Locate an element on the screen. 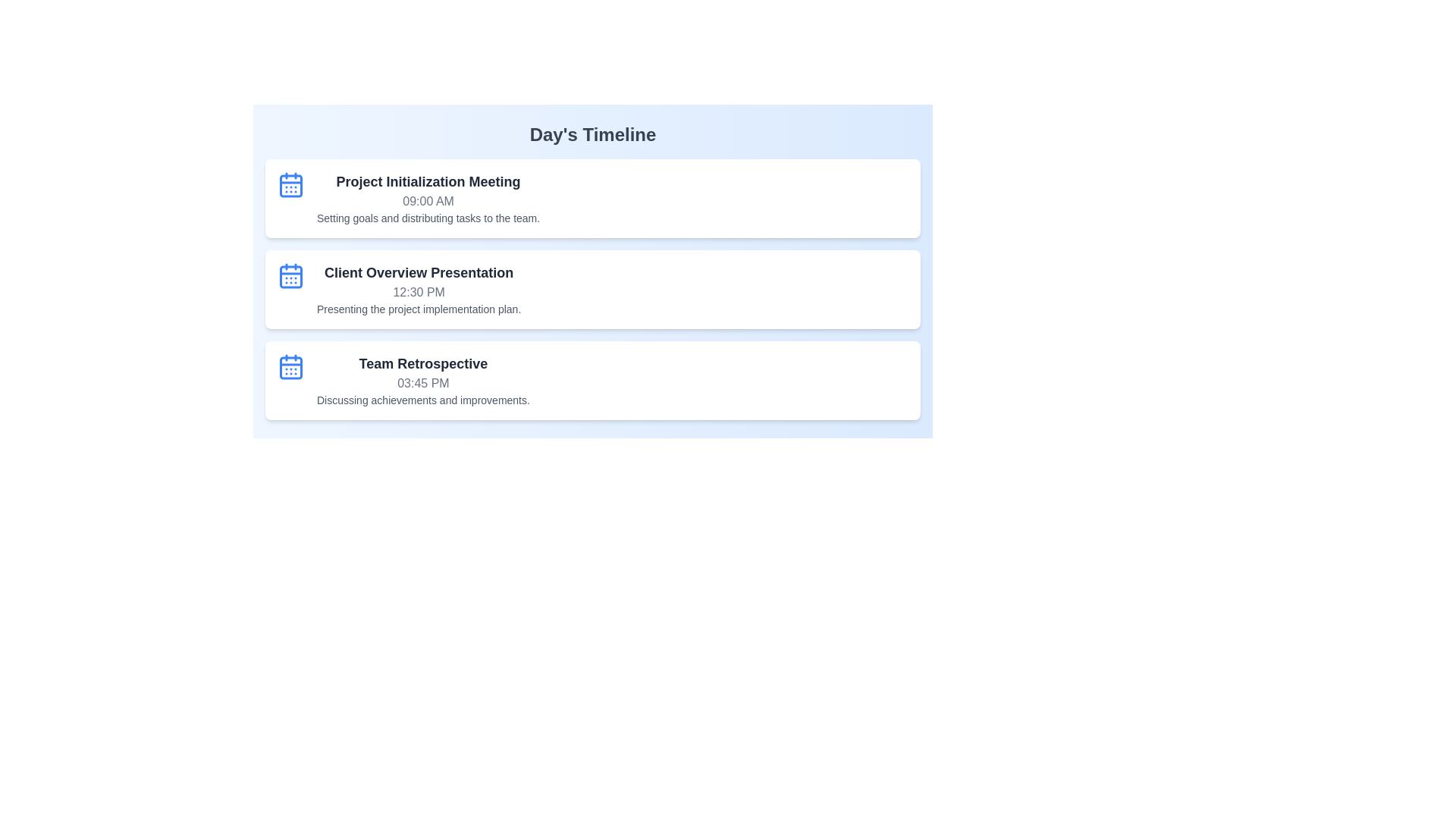  the square-shaped UI component with rounded corners located centrally within the blue calendar icon, next to the text 'Client Overview Presentation' in the second row of the interface is located at coordinates (291, 277).